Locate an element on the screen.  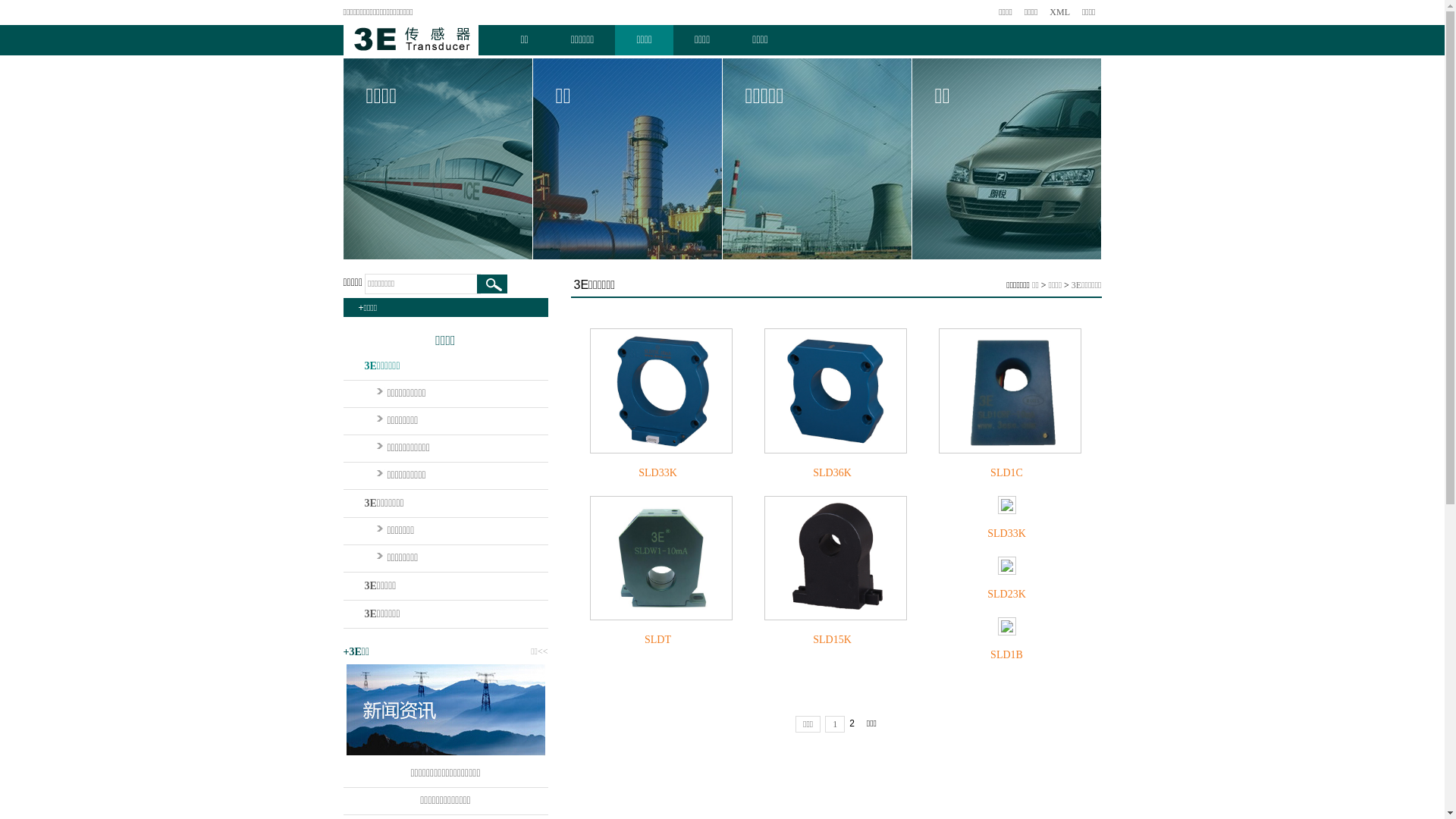
'XML' is located at coordinates (1059, 11).